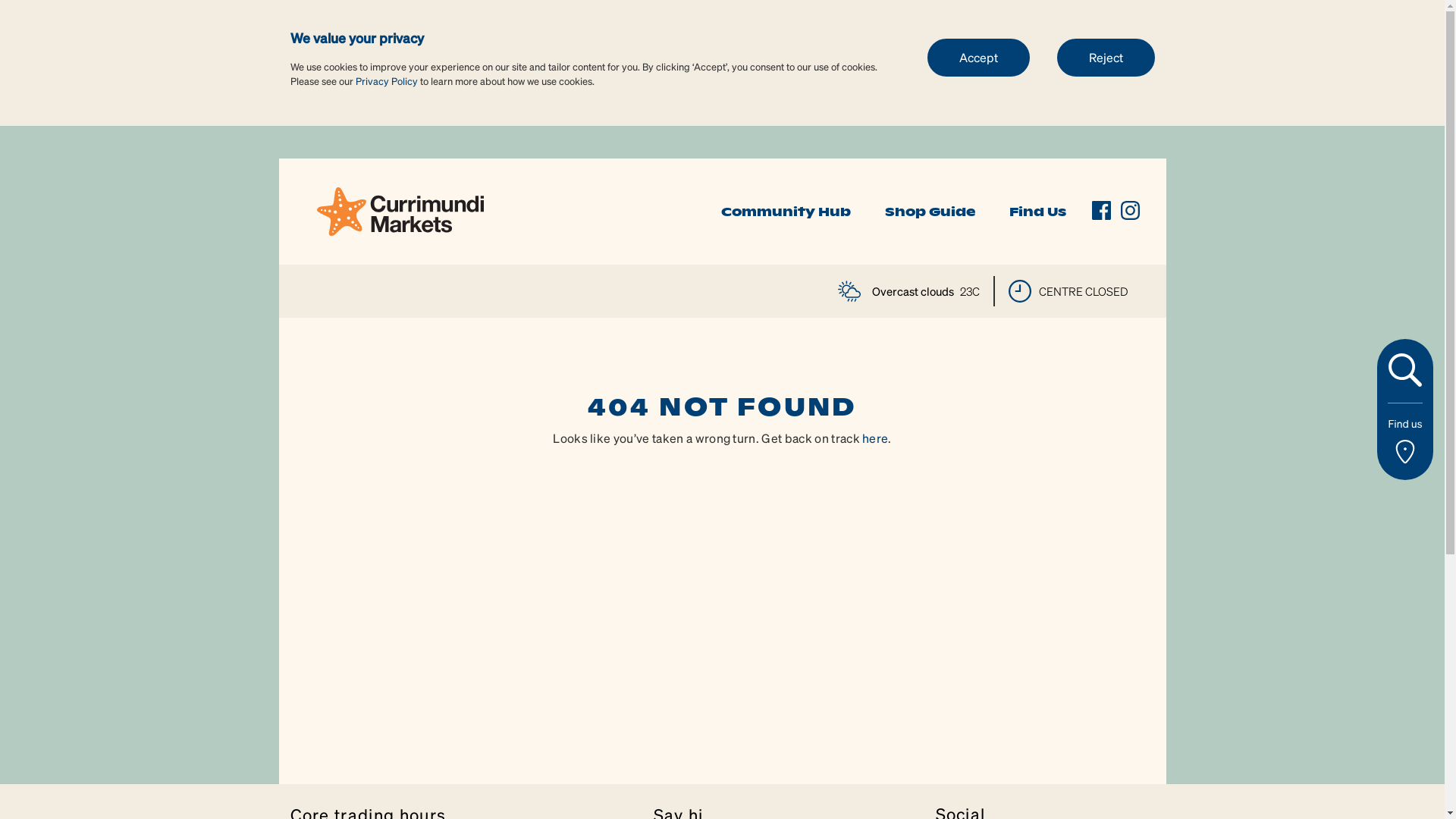 The height and width of the screenshot is (819, 1456). What do you see at coordinates (785, 212) in the screenshot?
I see `'Community Hub'` at bounding box center [785, 212].